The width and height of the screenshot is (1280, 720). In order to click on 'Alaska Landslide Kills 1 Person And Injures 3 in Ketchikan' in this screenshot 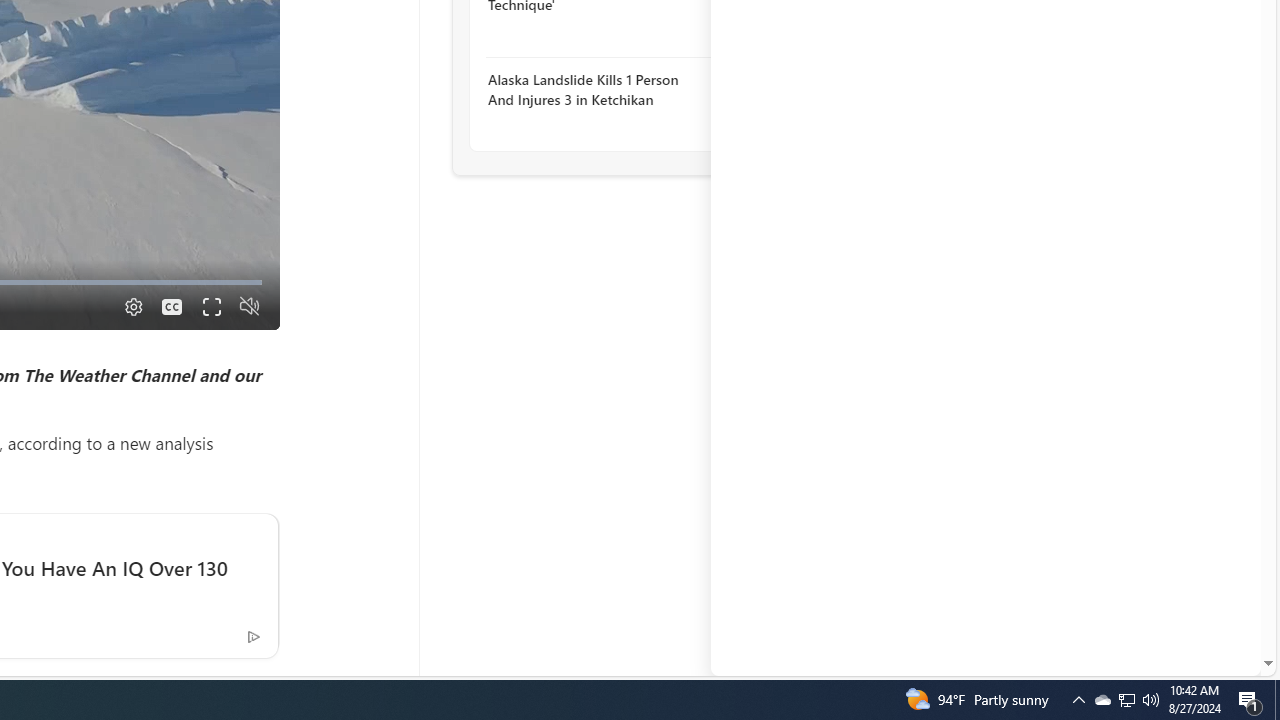, I will do `click(595, 88)`.